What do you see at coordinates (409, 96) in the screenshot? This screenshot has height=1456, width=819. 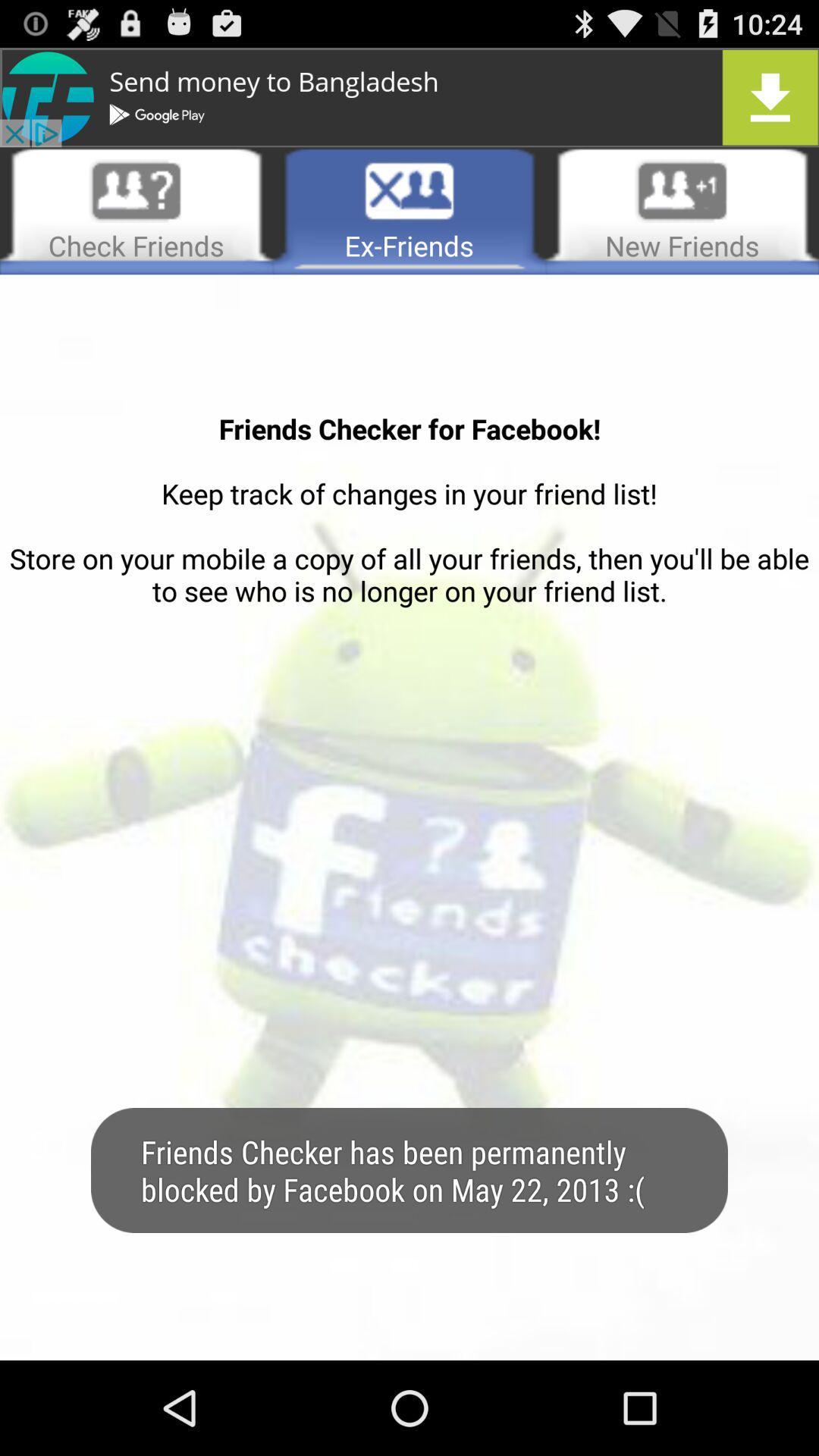 I see `download` at bounding box center [409, 96].